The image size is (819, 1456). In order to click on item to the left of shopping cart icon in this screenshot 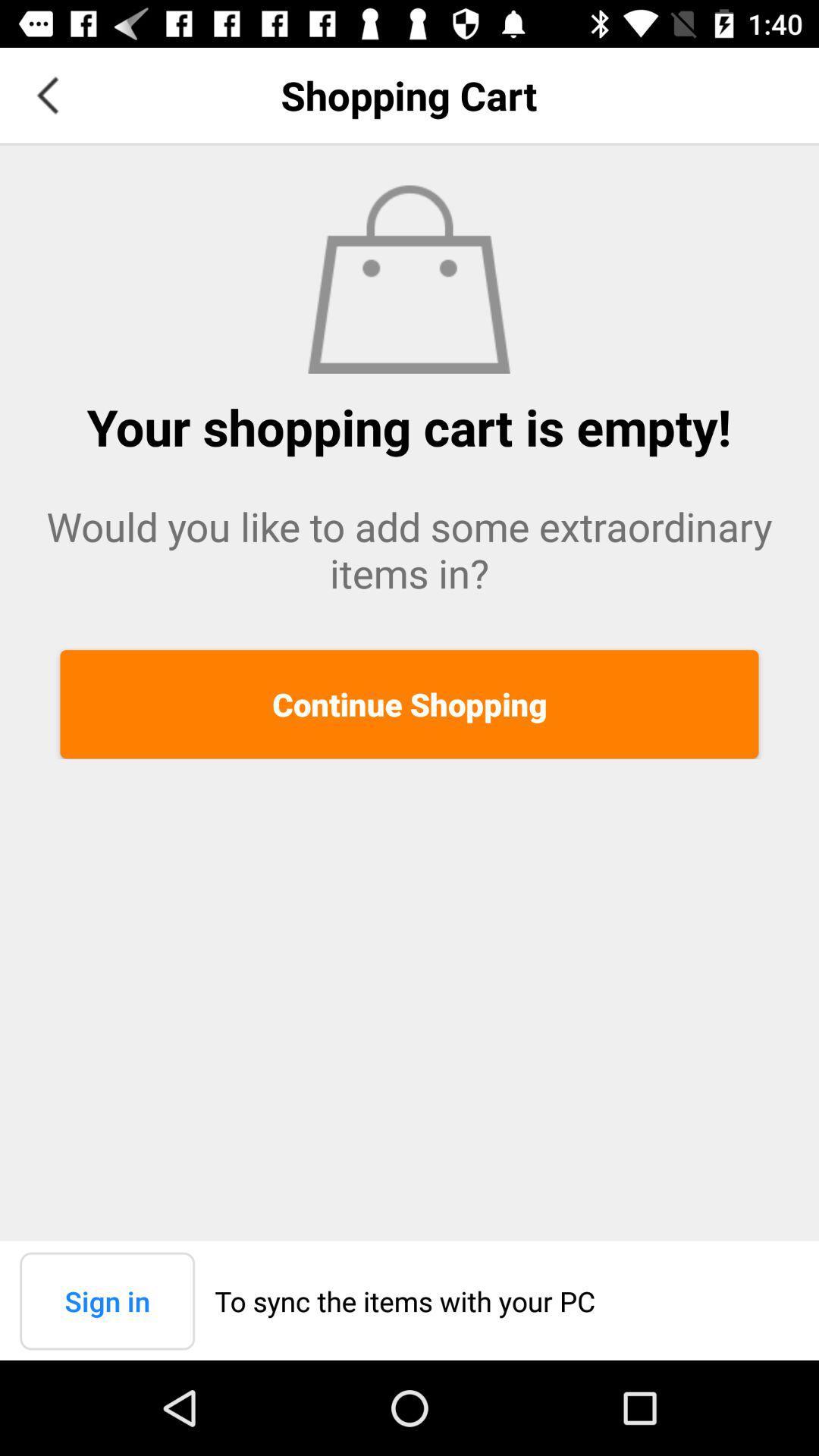, I will do `click(46, 94)`.